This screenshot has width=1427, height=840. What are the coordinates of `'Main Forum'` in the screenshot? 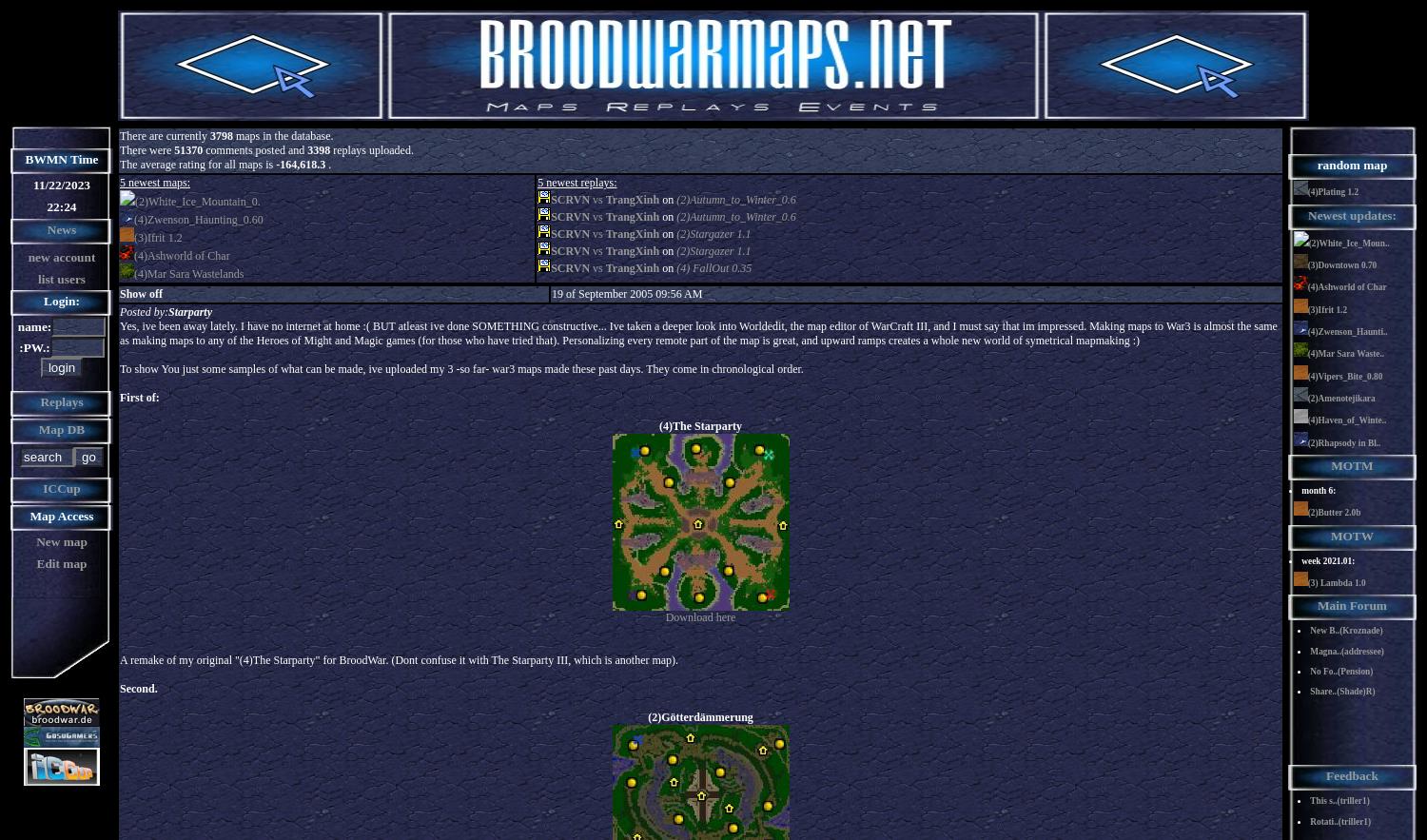 It's located at (1351, 605).